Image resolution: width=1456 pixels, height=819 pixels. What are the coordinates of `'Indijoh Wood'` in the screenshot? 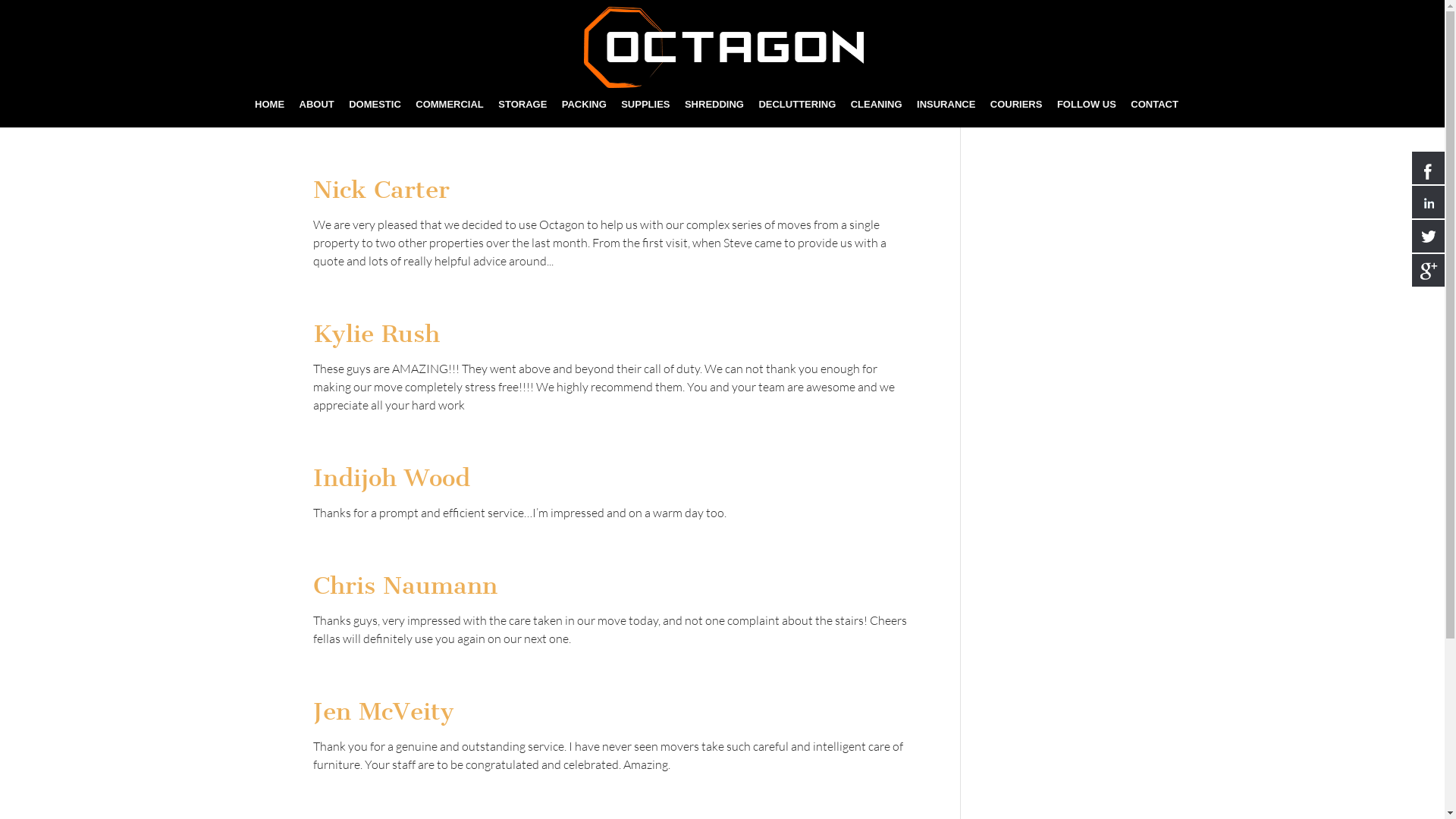 It's located at (312, 476).